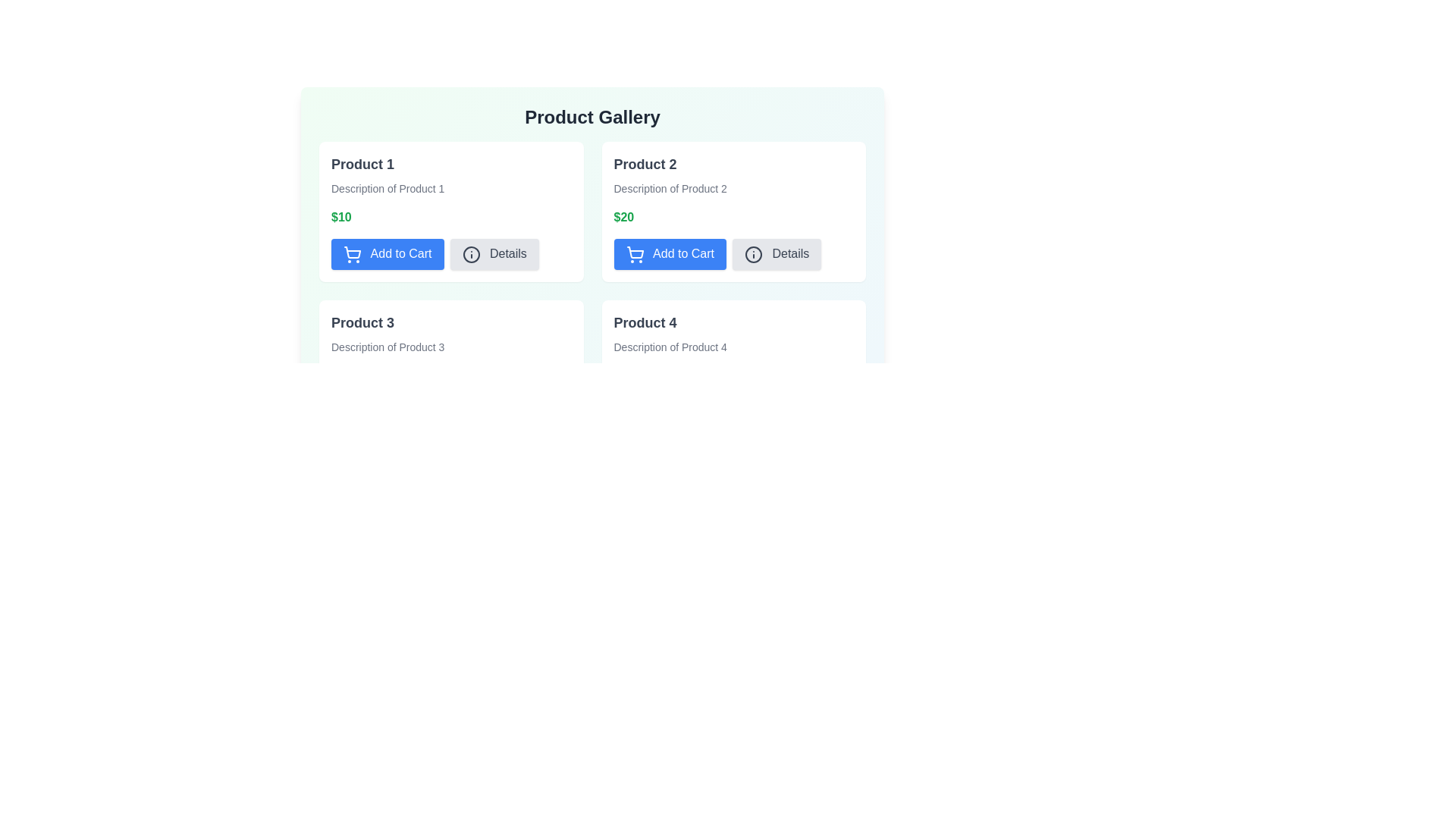 This screenshot has height=819, width=1456. Describe the element at coordinates (753, 253) in the screenshot. I see `the circular graphical element that is part of the informational action button located next to the 'Add to Cart' button for 'Product 2'` at that location.